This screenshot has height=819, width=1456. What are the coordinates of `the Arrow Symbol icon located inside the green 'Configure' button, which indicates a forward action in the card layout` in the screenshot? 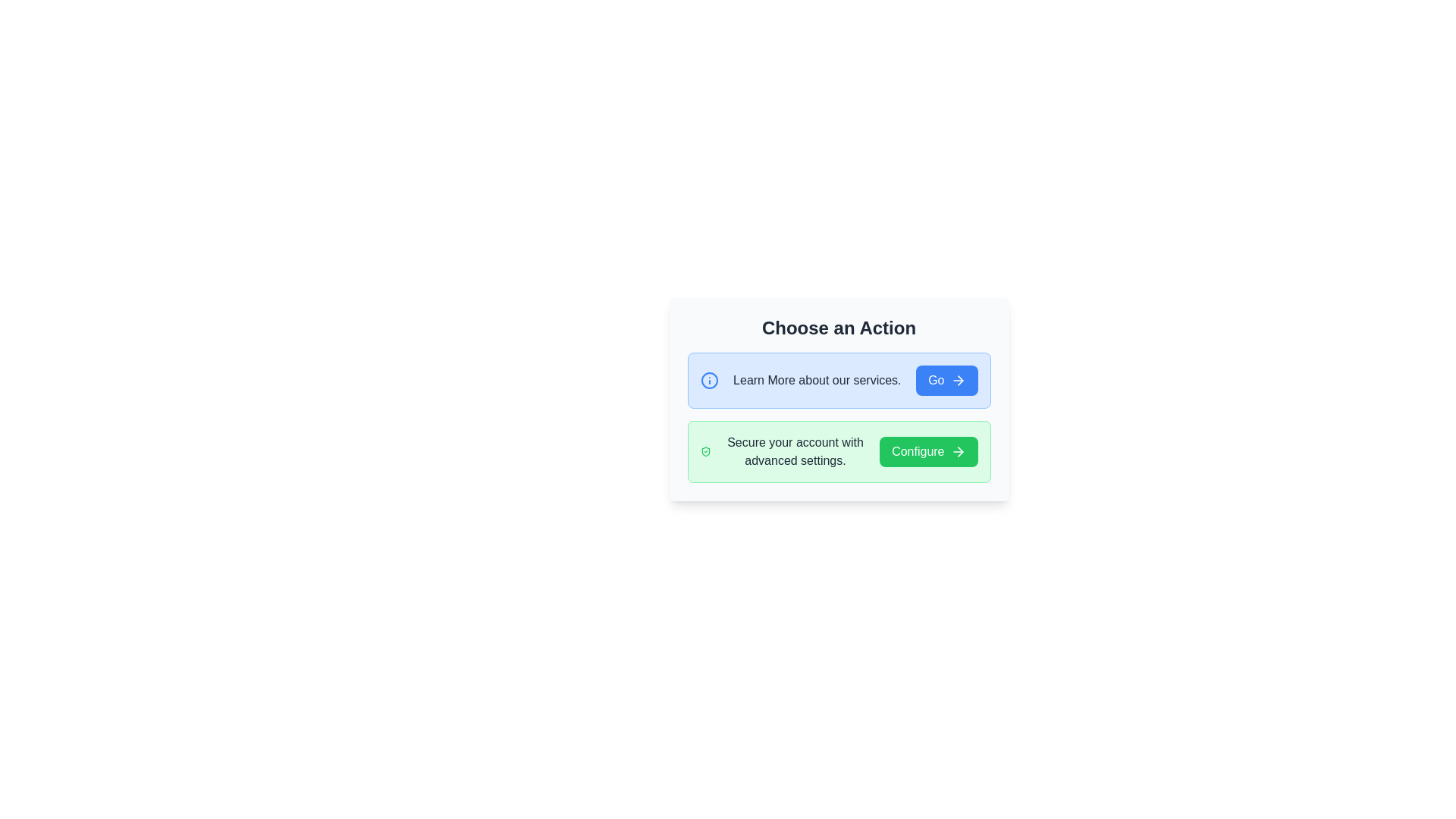 It's located at (957, 451).